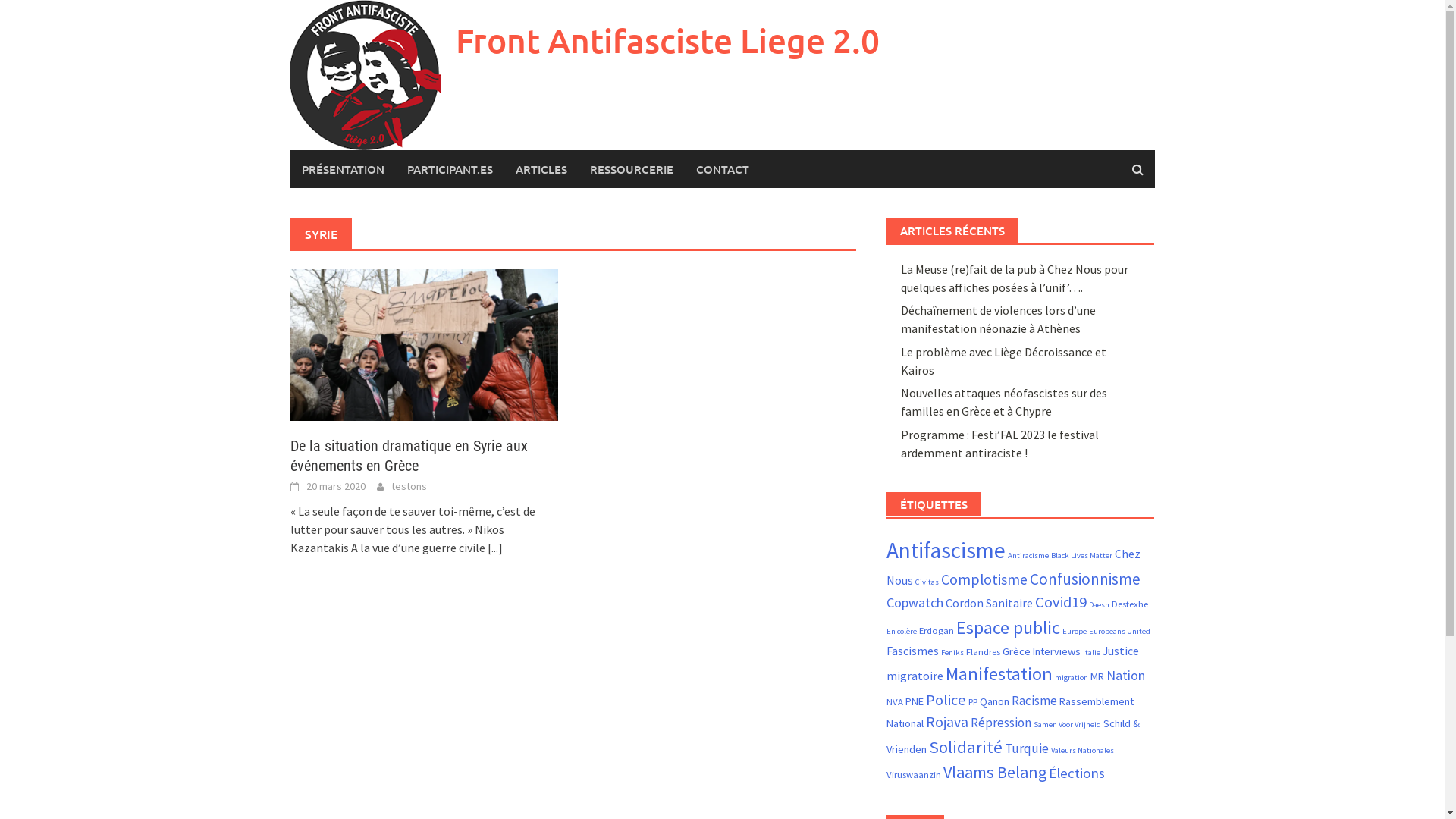 This screenshot has width=1456, height=819. Describe the element at coordinates (409, 485) in the screenshot. I see `'testons'` at that location.